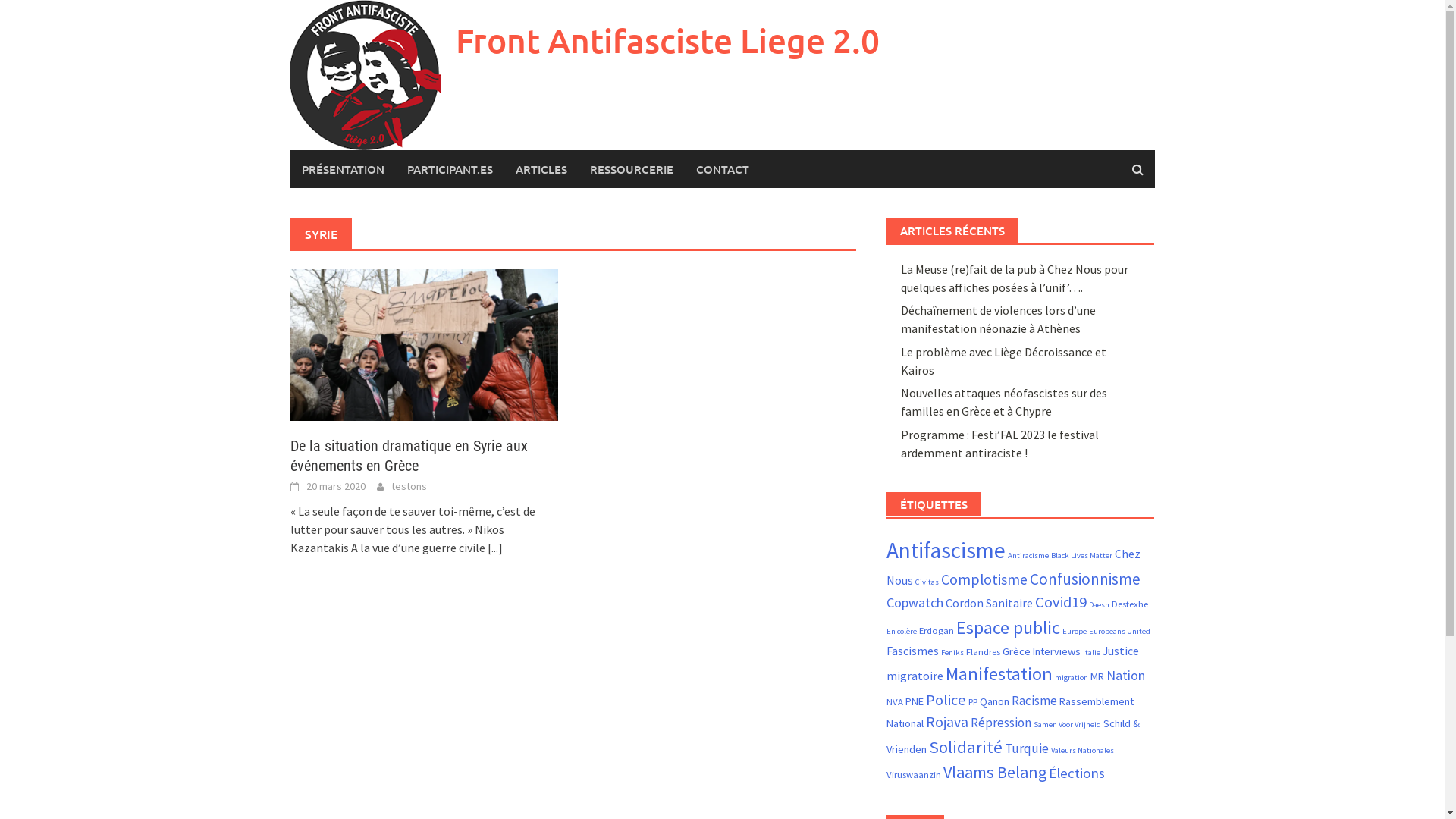 This screenshot has width=1456, height=819. Describe the element at coordinates (409, 485) in the screenshot. I see `'testons'` at that location.